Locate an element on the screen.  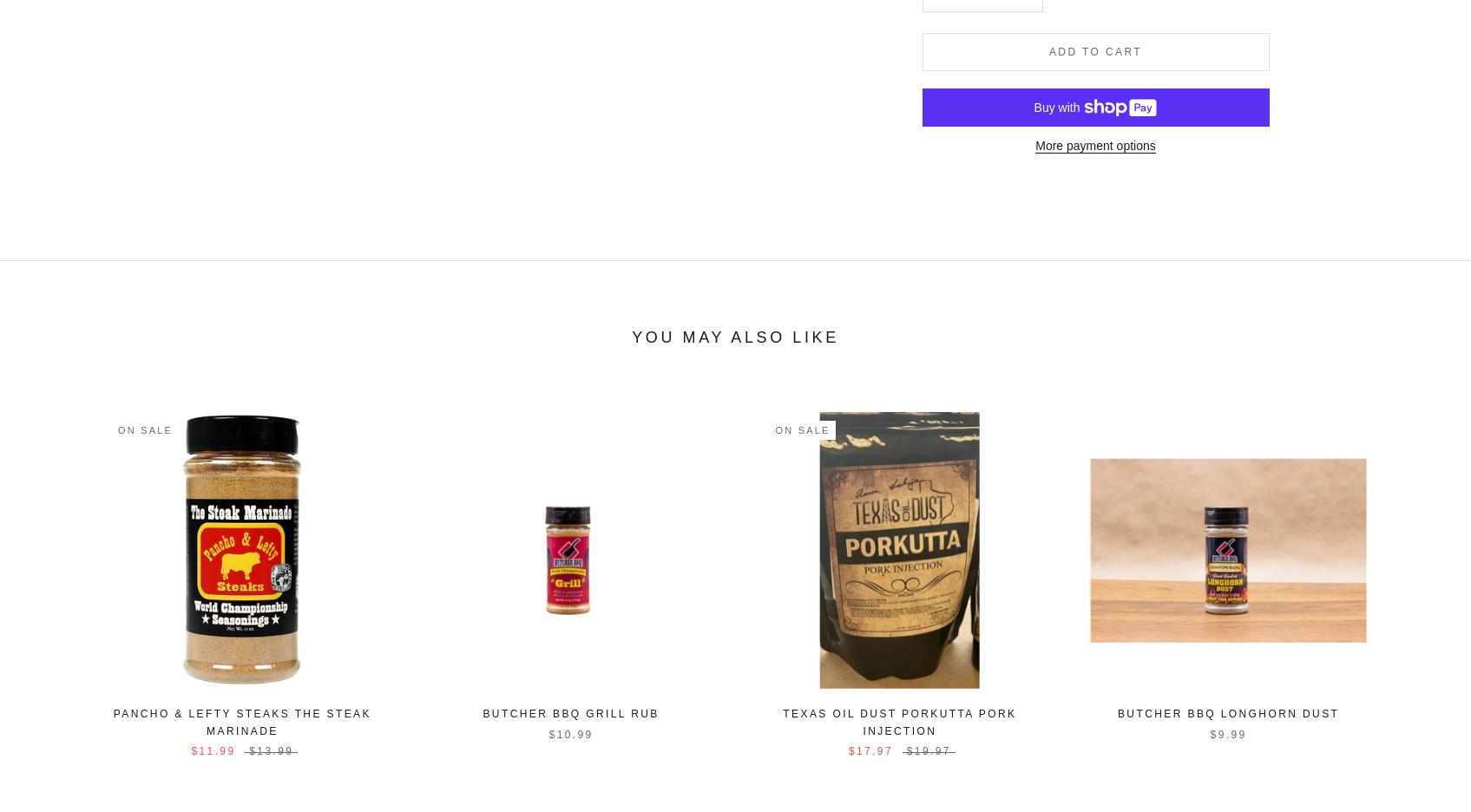
'Add to cart' is located at coordinates (1093, 51).